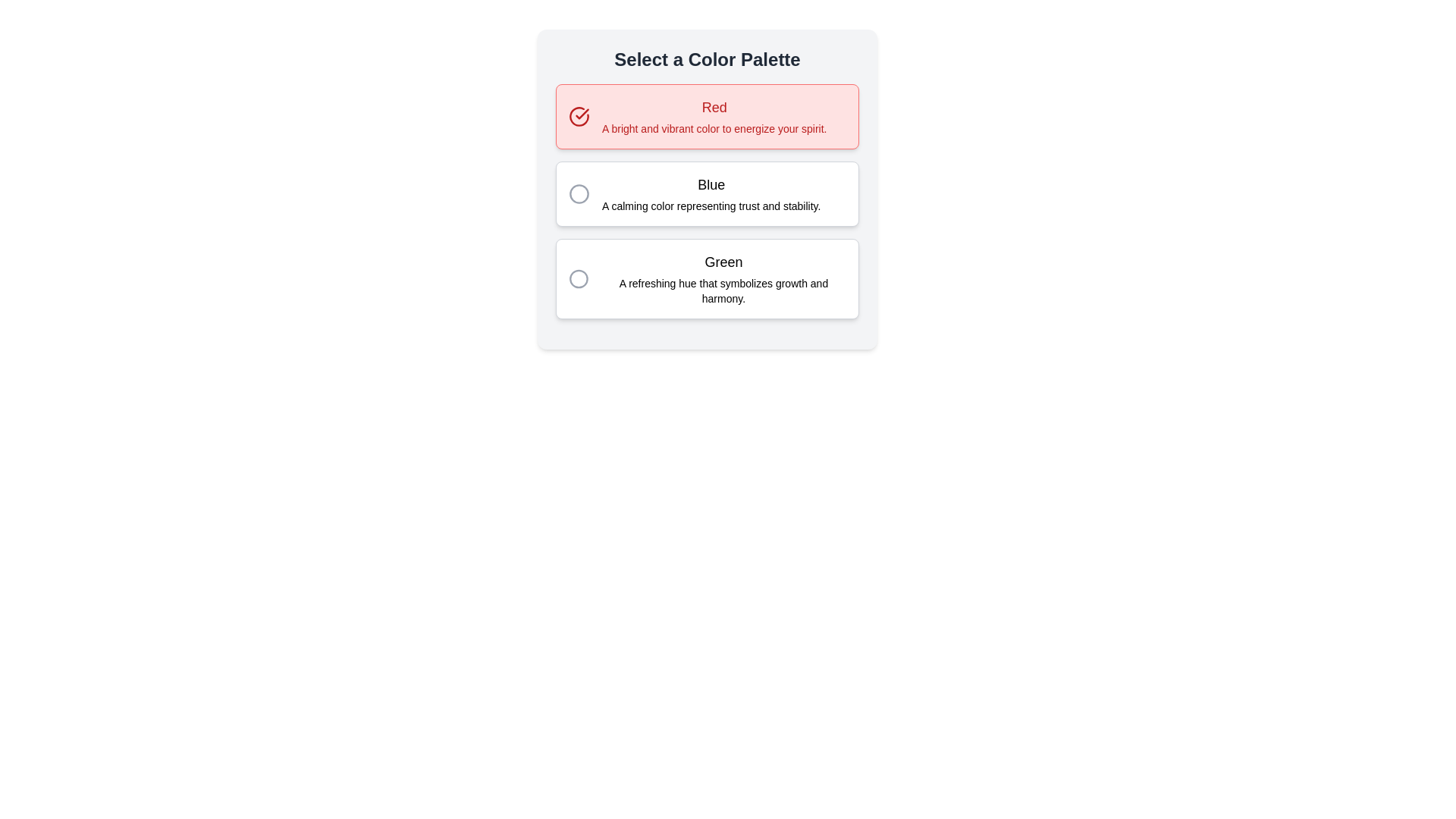  What do you see at coordinates (578, 278) in the screenshot?
I see `the circular checkbox with a gray border and white interior located within the green selection box, which is the last option in a list of three color selection options` at bounding box center [578, 278].